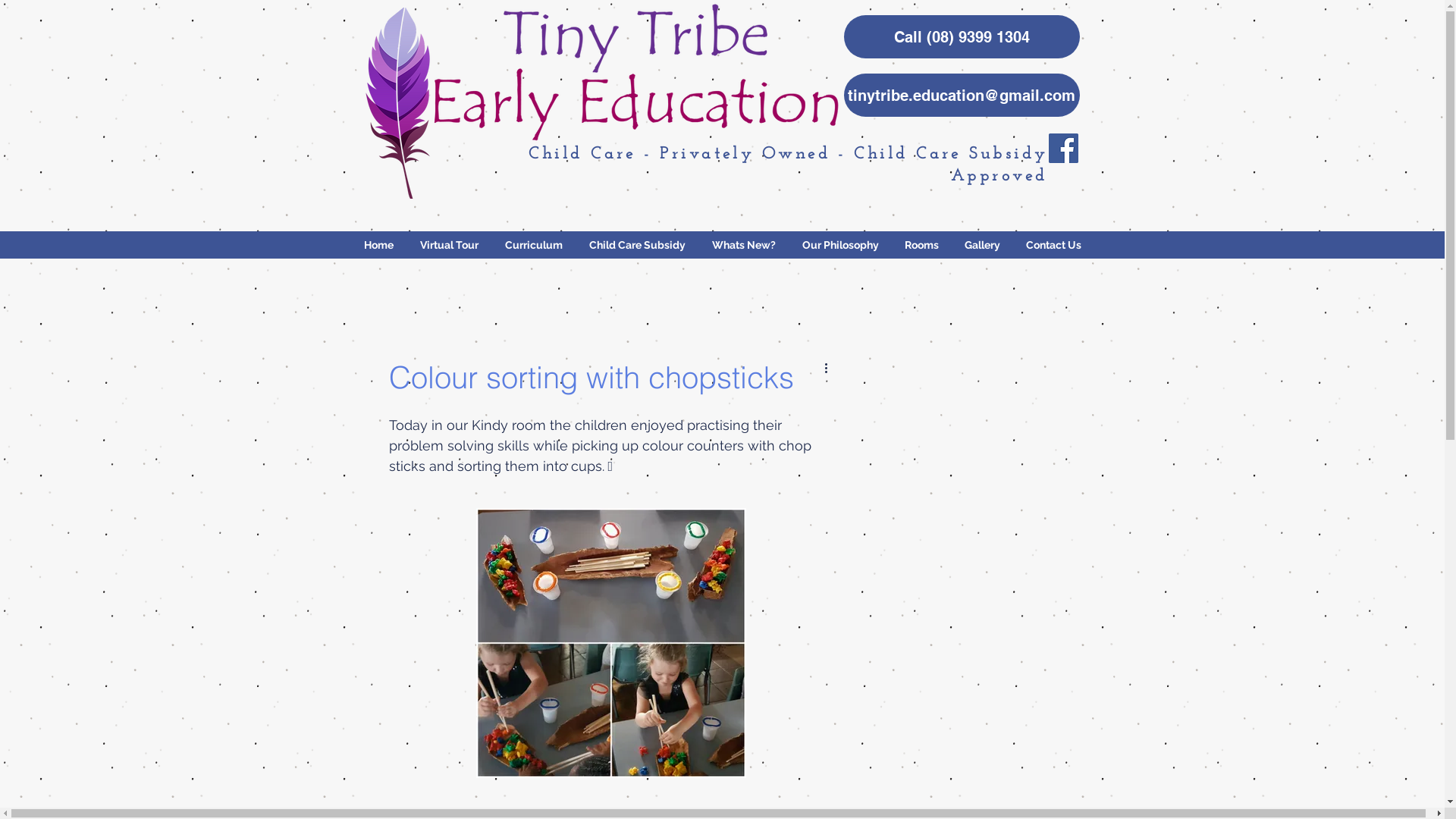 The height and width of the screenshot is (819, 1456). Describe the element at coordinates (698, 244) in the screenshot. I see `'Whats New?'` at that location.